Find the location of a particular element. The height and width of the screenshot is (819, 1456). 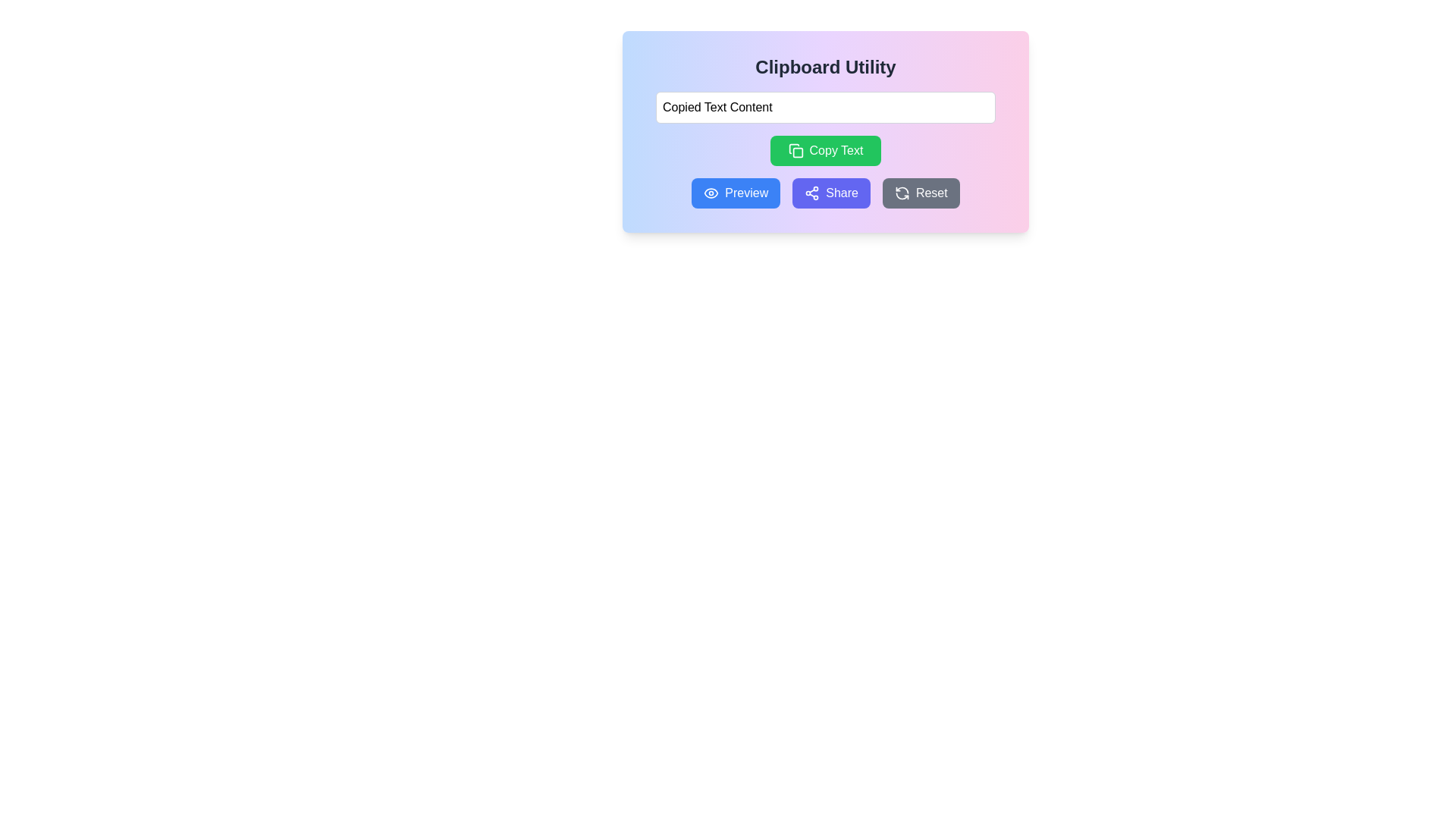

the 'Reset' button text label, which is displayed in white color on a dark gray rounded rectangular button is located at coordinates (930, 192).